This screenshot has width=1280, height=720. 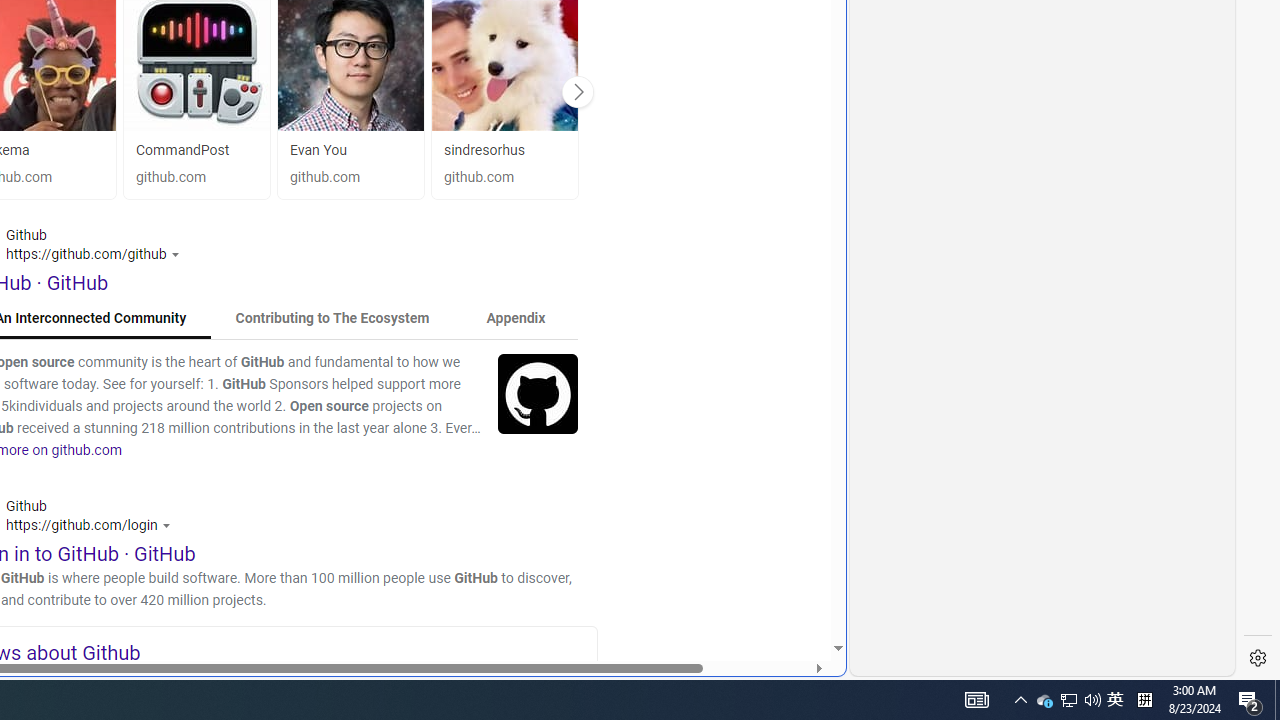 What do you see at coordinates (484, 149) in the screenshot?
I see `'sindresorhus'` at bounding box center [484, 149].